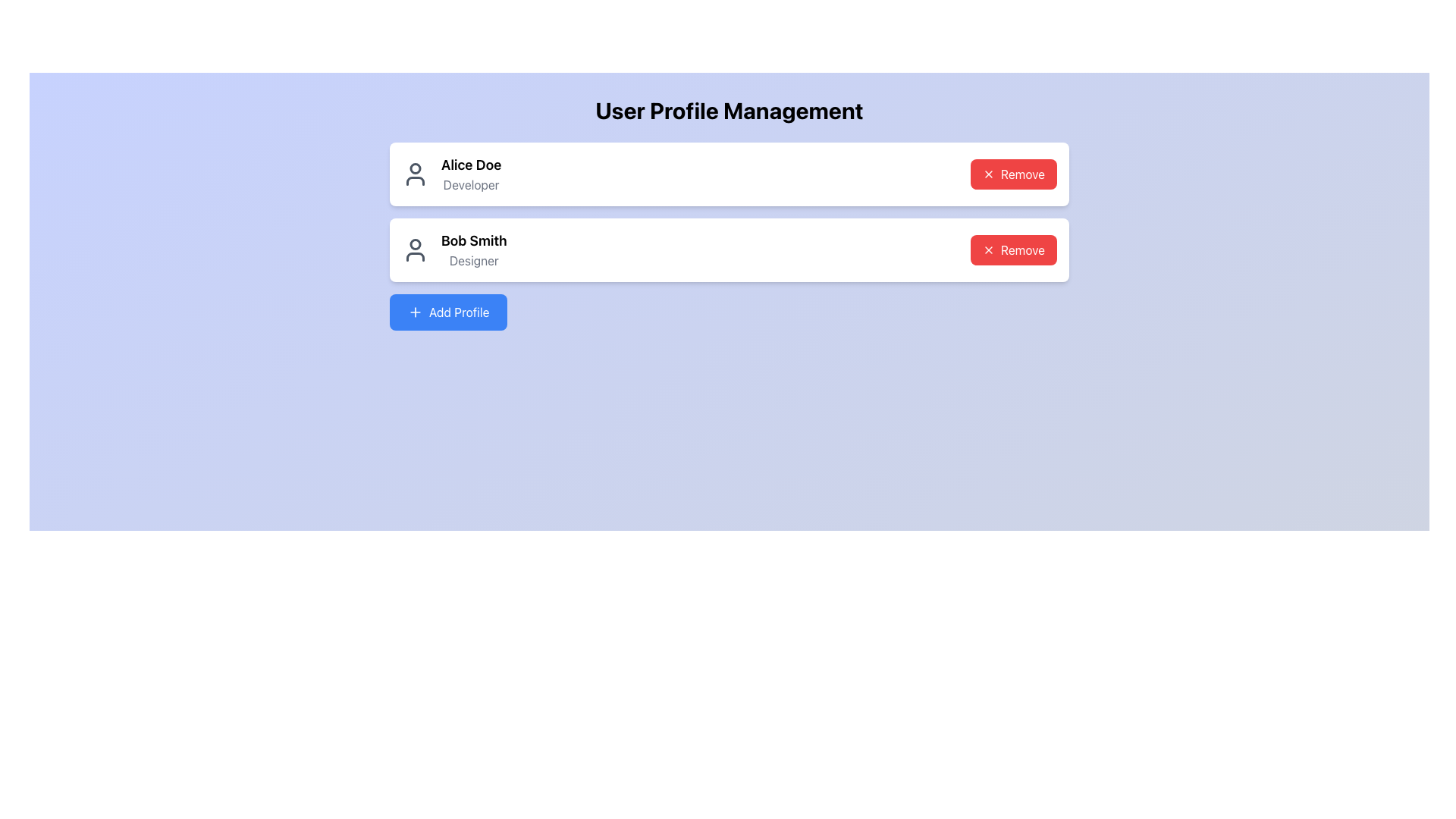 The height and width of the screenshot is (819, 1456). Describe the element at coordinates (415, 249) in the screenshot. I see `the user silhouette icon located to the left of 'Bob Smith' in the user profile area` at that location.